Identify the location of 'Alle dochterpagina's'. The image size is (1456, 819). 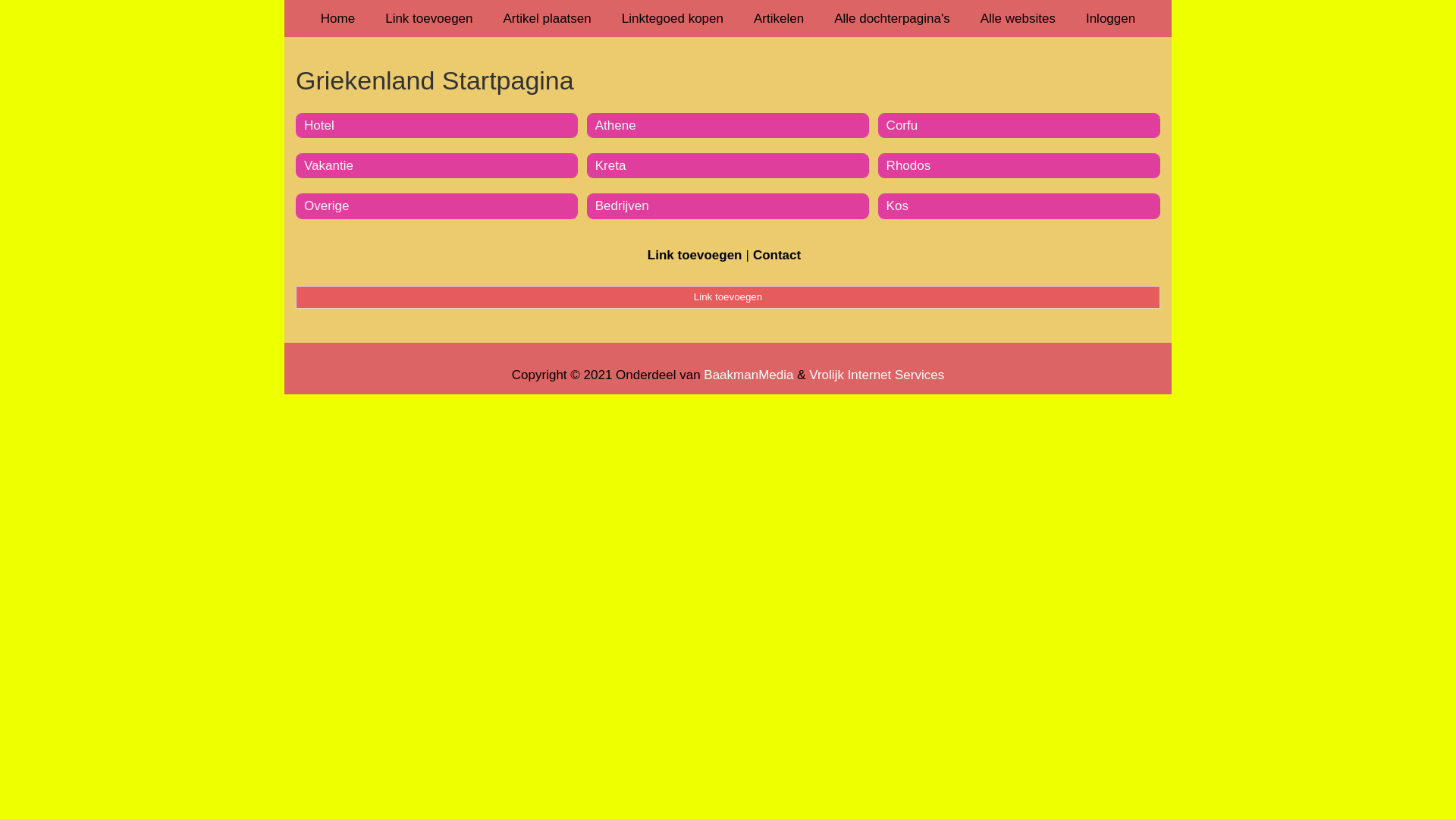
(892, 18).